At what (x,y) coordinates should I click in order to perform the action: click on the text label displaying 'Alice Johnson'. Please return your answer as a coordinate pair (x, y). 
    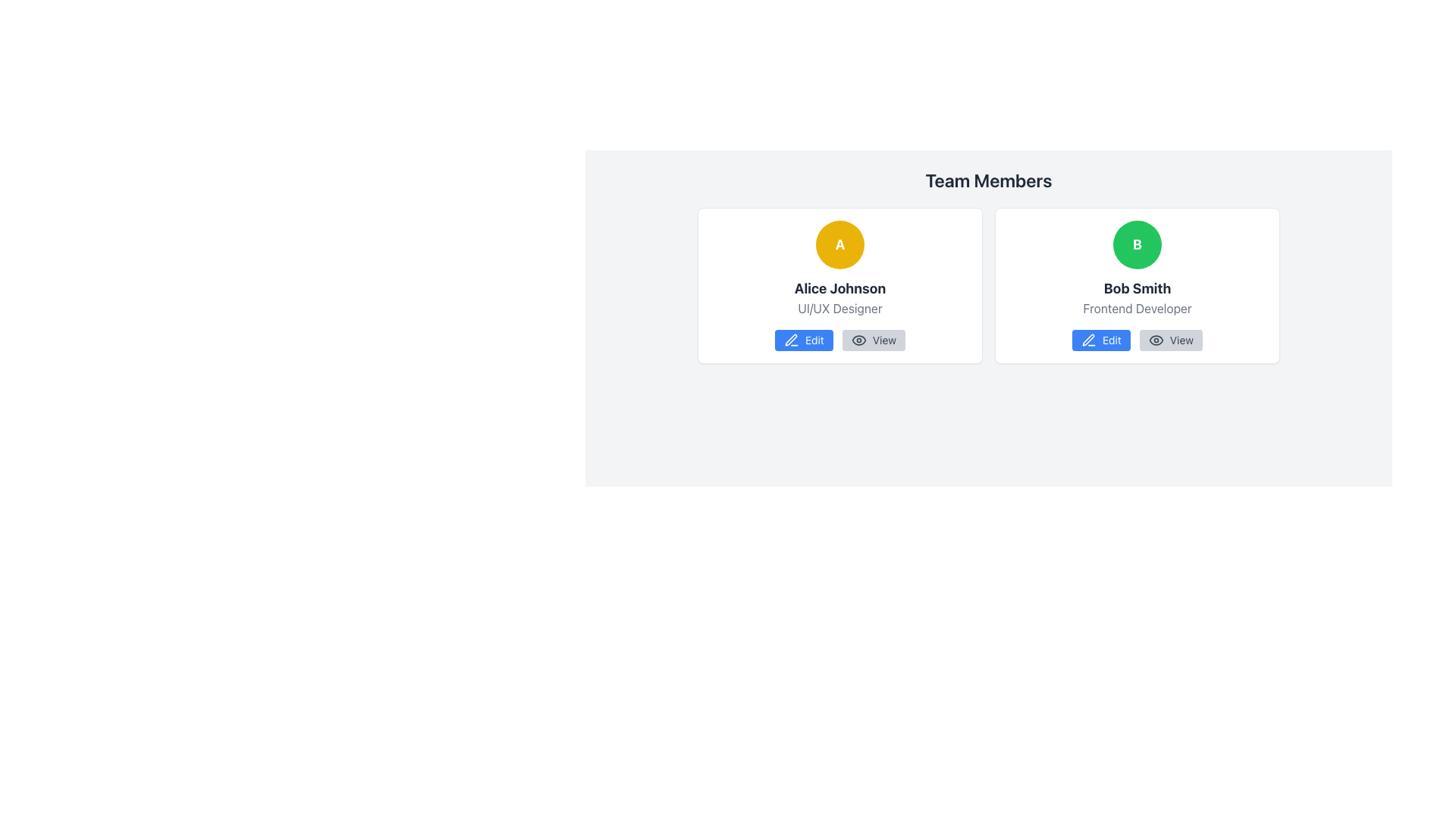
    Looking at the image, I should click on (839, 289).